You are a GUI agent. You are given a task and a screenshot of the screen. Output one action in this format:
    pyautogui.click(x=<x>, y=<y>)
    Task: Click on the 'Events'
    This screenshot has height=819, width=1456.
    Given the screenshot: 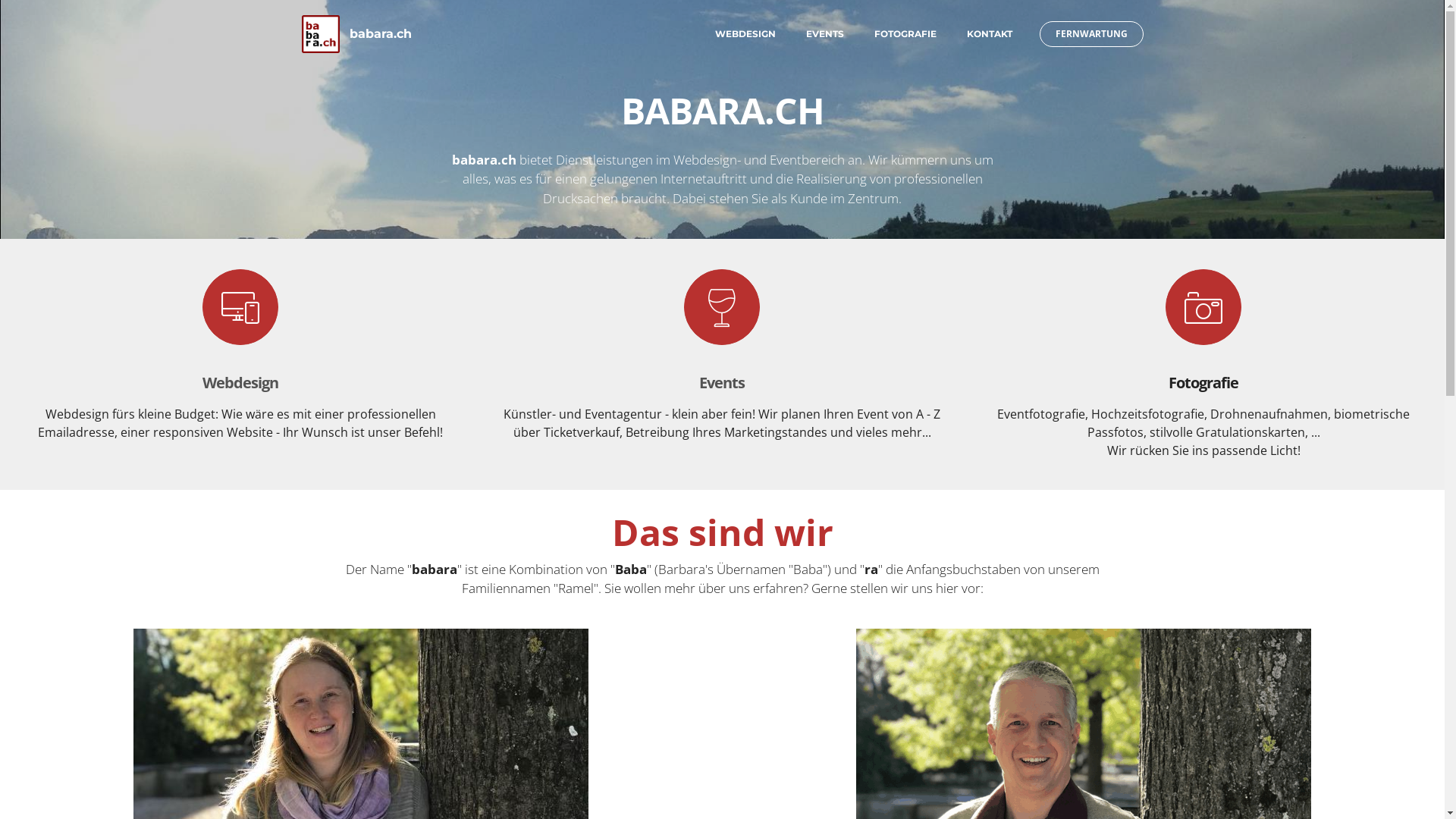 What is the action you would take?
    pyautogui.click(x=698, y=381)
    